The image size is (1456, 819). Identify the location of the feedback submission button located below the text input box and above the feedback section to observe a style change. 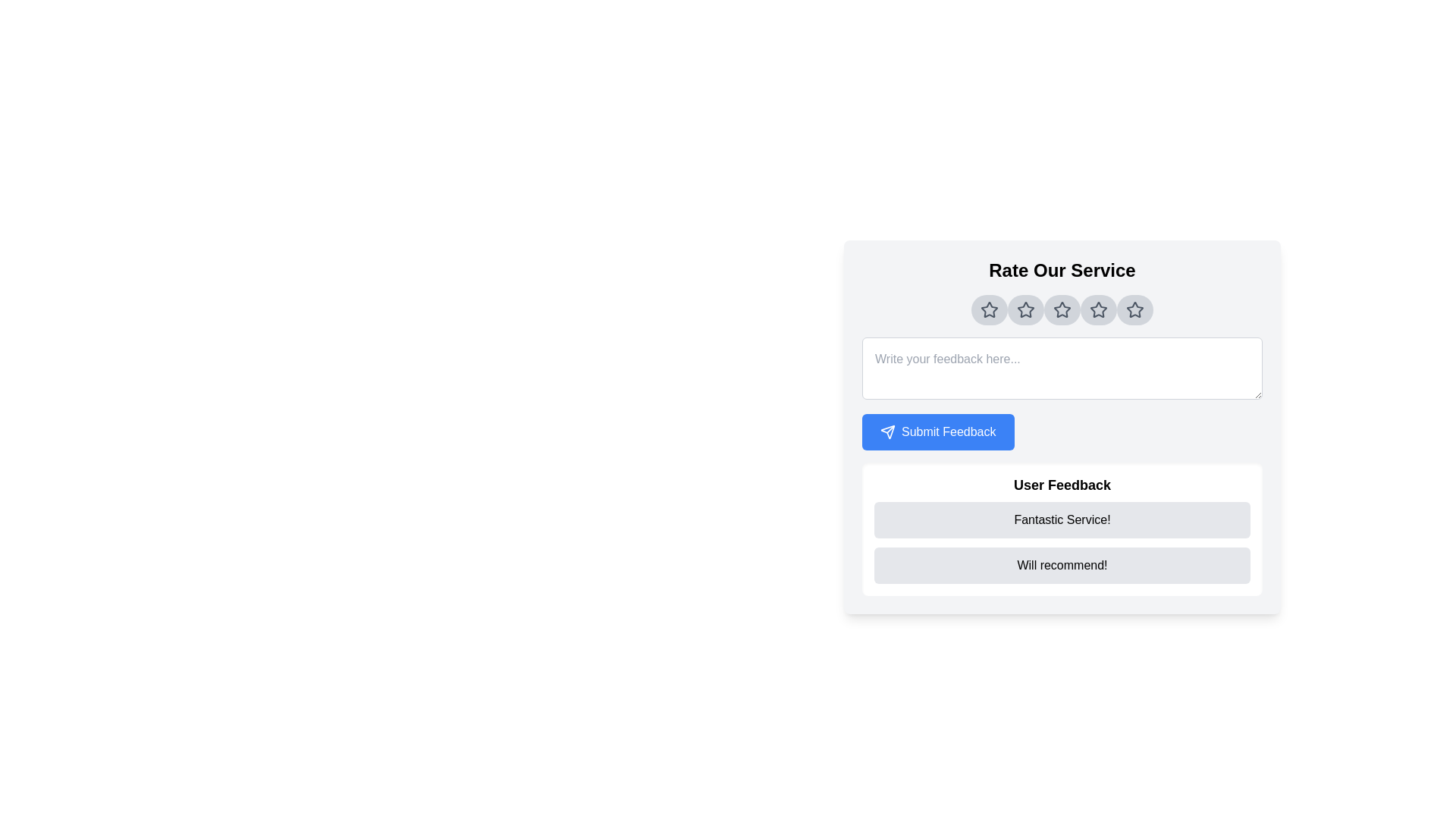
(937, 432).